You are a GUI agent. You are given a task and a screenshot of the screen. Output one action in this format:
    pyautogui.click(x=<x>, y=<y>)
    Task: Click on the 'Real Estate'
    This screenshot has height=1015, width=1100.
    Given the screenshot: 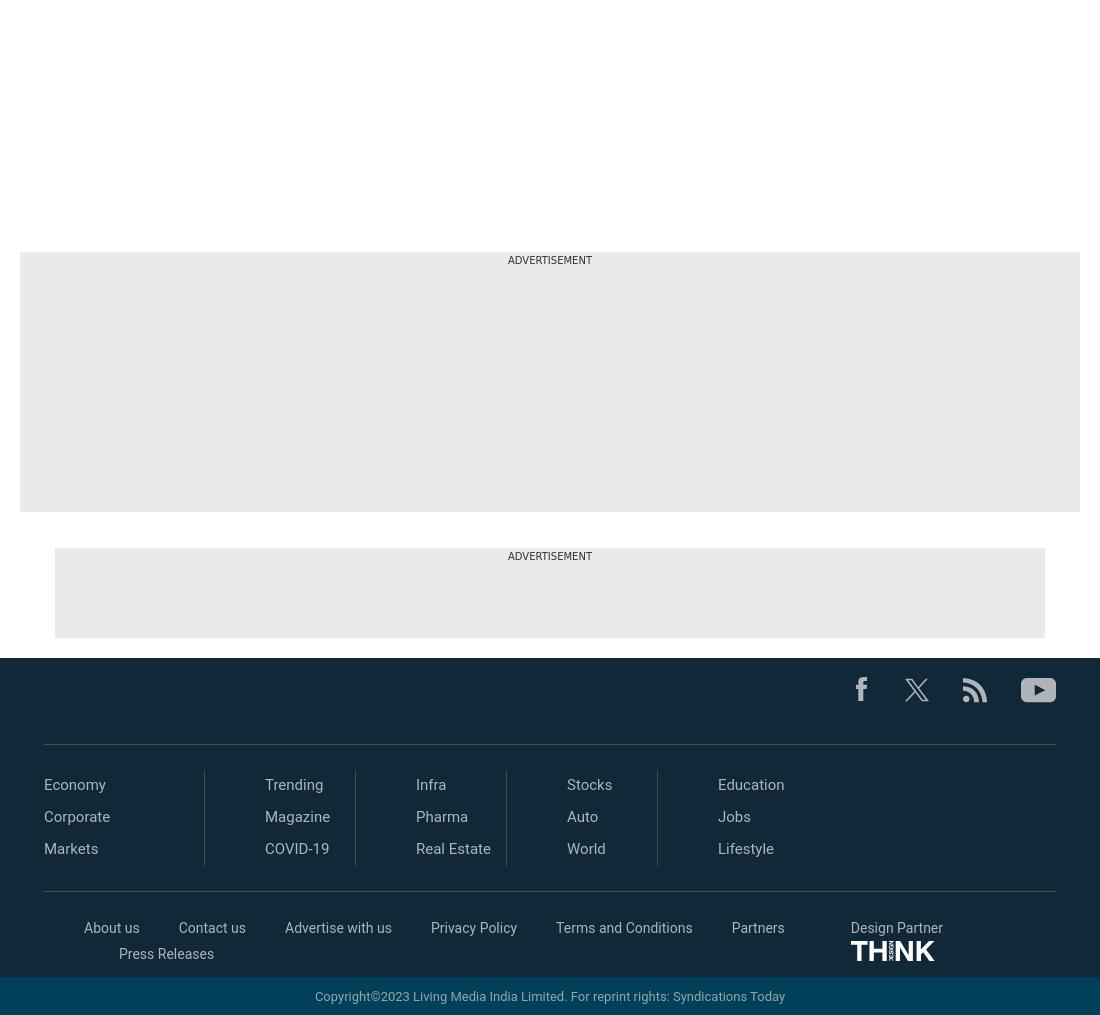 What is the action you would take?
    pyautogui.click(x=451, y=848)
    